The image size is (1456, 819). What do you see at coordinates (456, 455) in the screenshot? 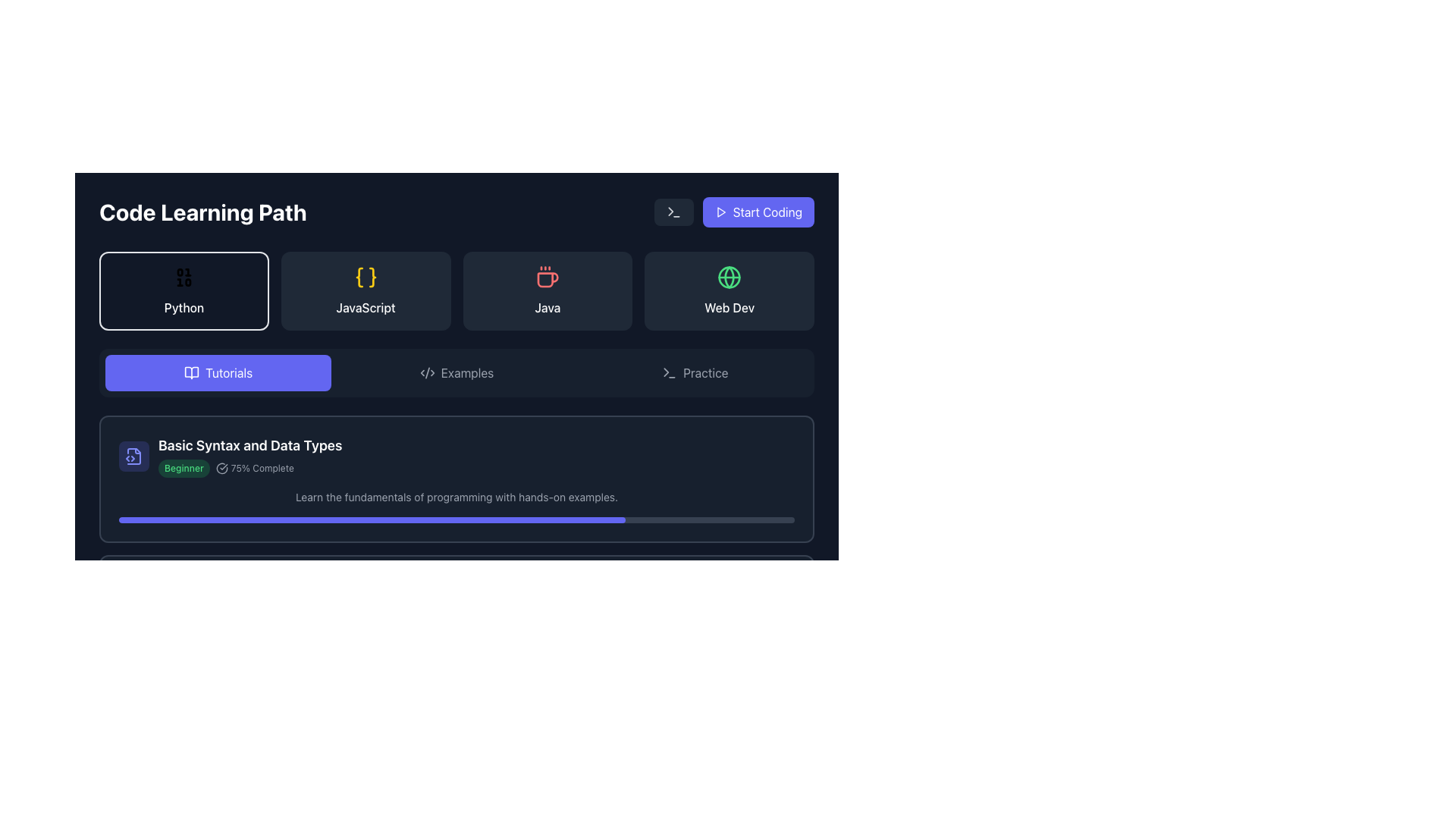
I see `the Text and informational display titled 'Basic Syntax and Data Types'` at bounding box center [456, 455].